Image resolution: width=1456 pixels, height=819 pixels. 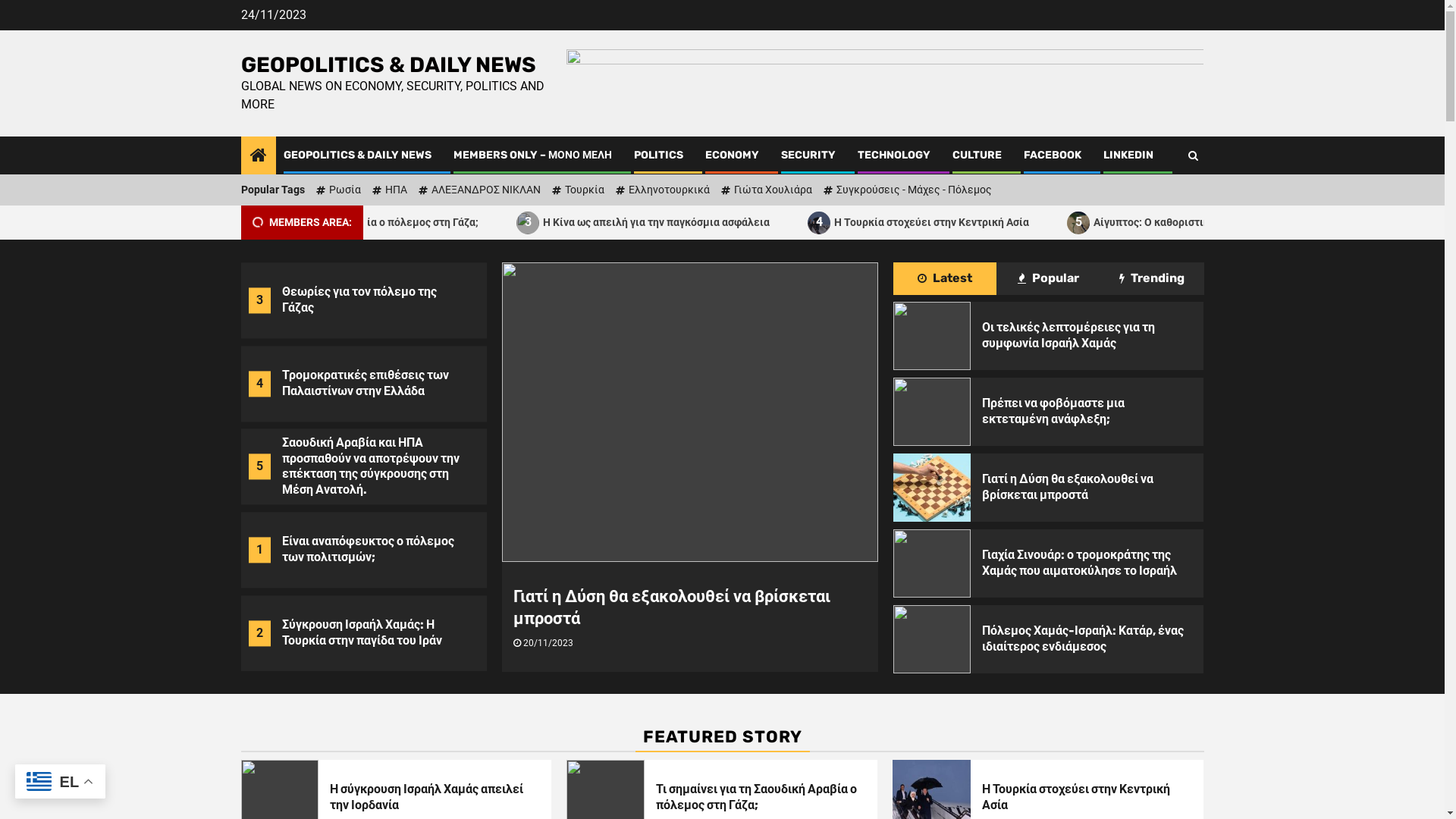 What do you see at coordinates (658, 155) in the screenshot?
I see `'POLITICS'` at bounding box center [658, 155].